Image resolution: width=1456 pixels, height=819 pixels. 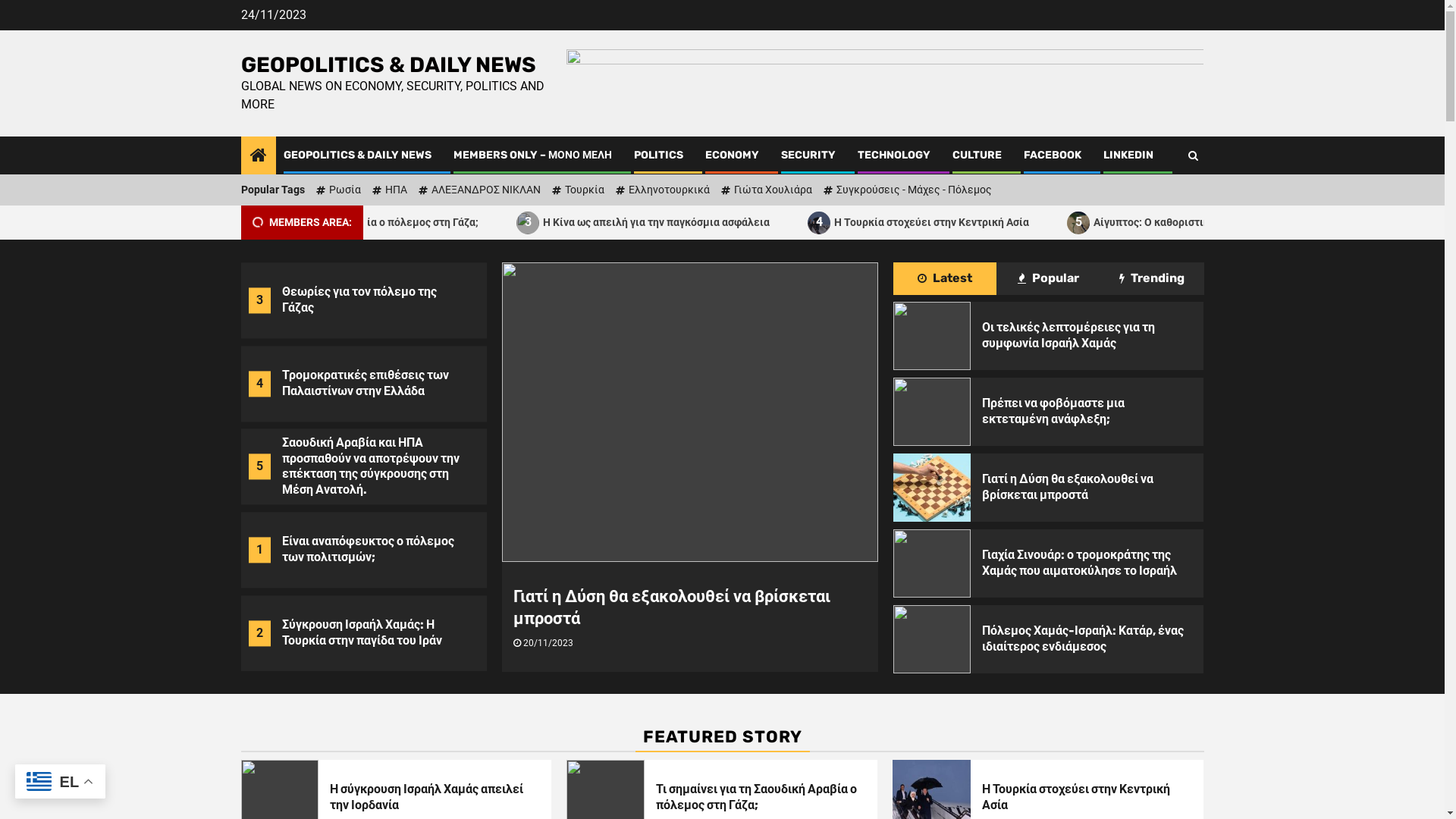 What do you see at coordinates (658, 155) in the screenshot?
I see `'POLITICS'` at bounding box center [658, 155].